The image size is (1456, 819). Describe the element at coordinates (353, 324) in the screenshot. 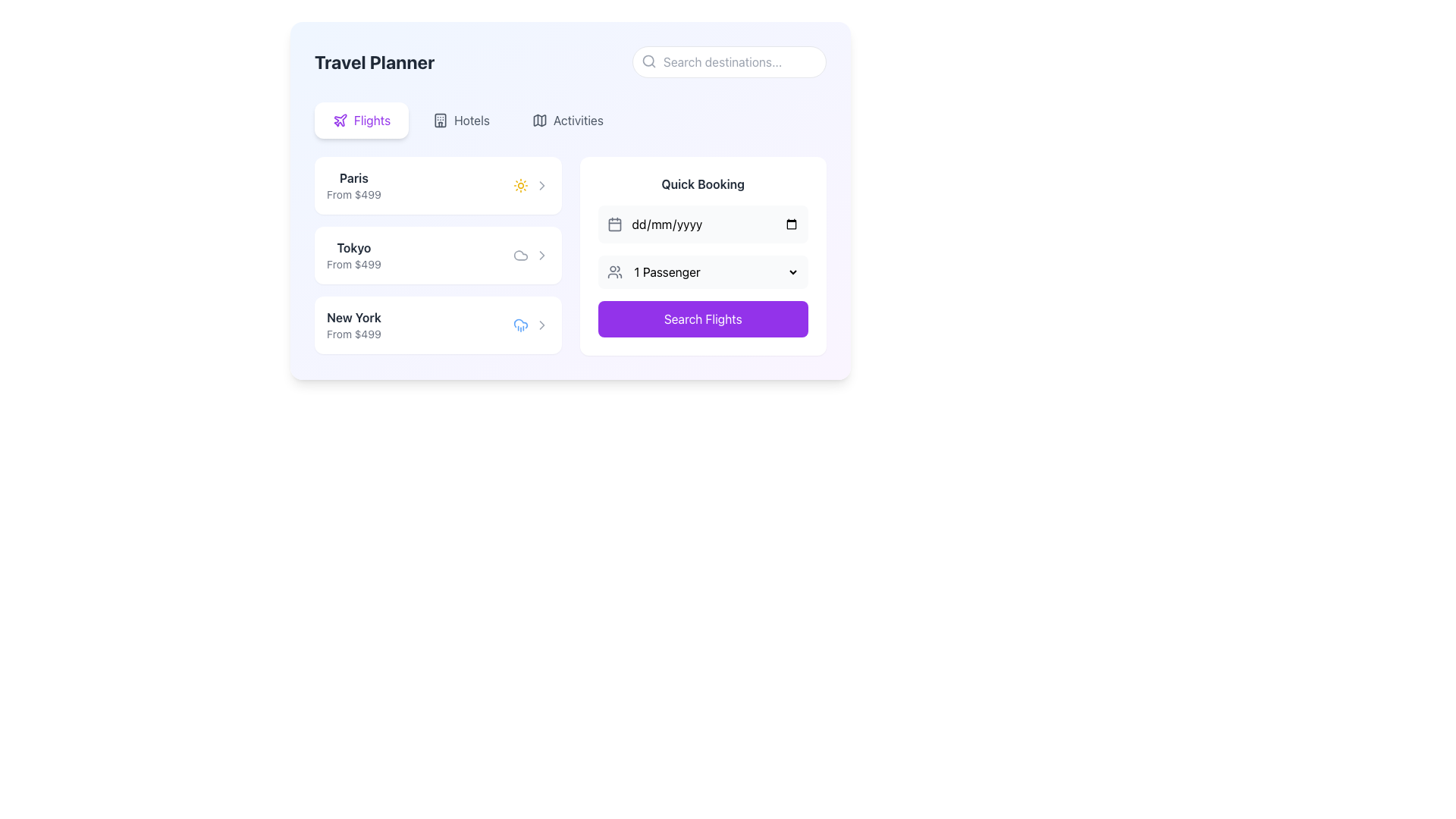

I see `the text block that displays information about the travel destination 'New York' with a starting price of $499` at that location.